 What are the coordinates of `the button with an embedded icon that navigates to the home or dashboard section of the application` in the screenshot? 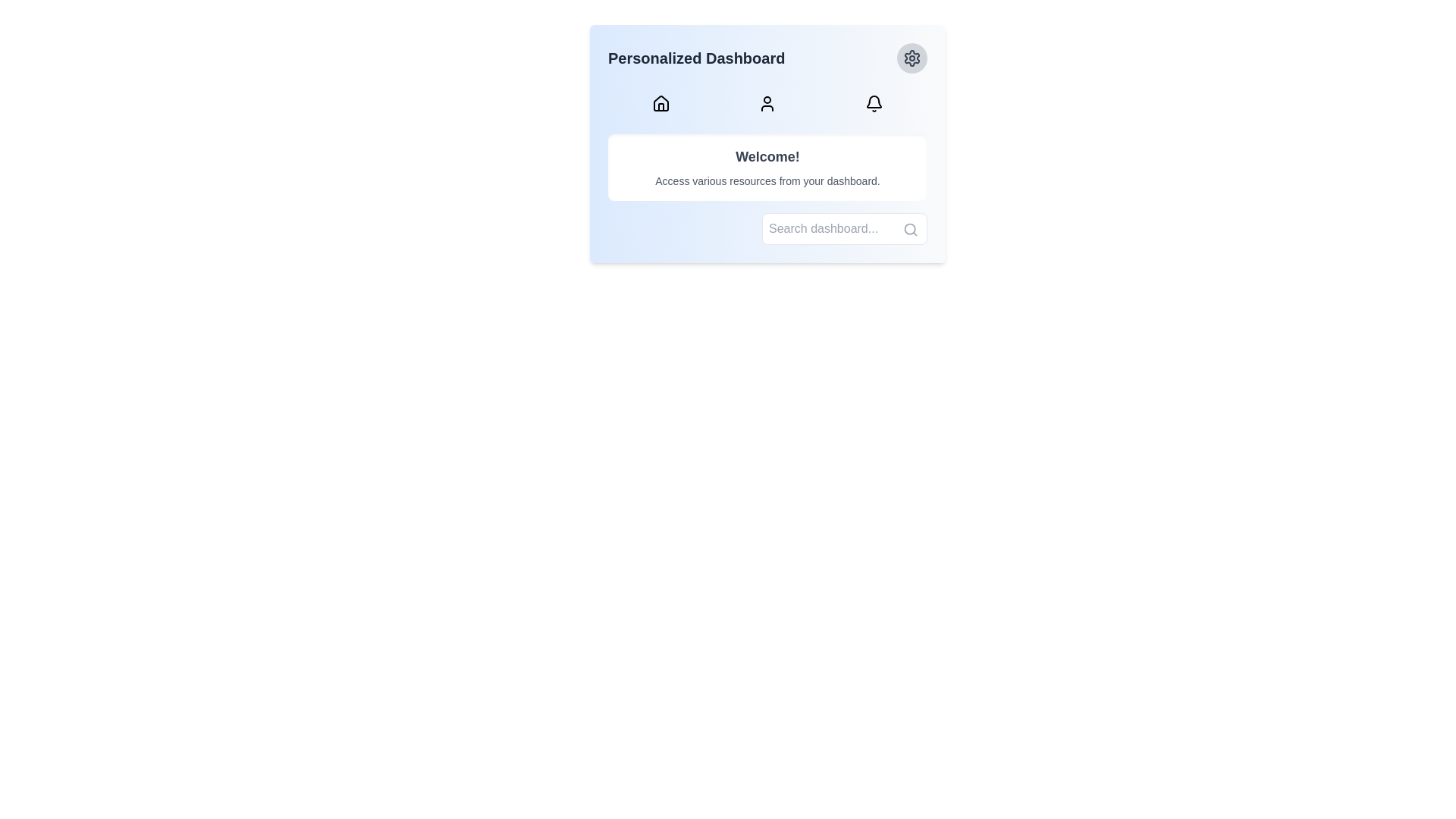 It's located at (661, 103).